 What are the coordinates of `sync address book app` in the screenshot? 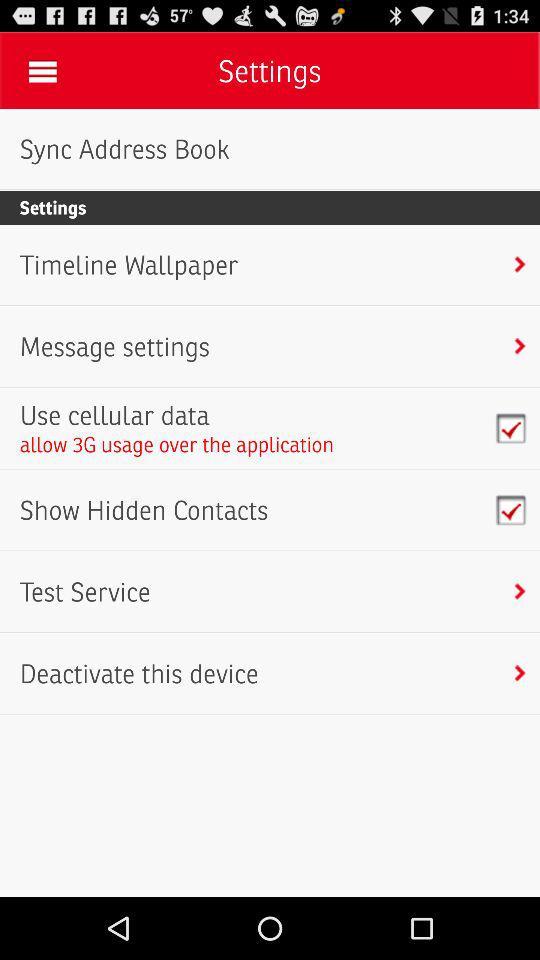 It's located at (124, 148).